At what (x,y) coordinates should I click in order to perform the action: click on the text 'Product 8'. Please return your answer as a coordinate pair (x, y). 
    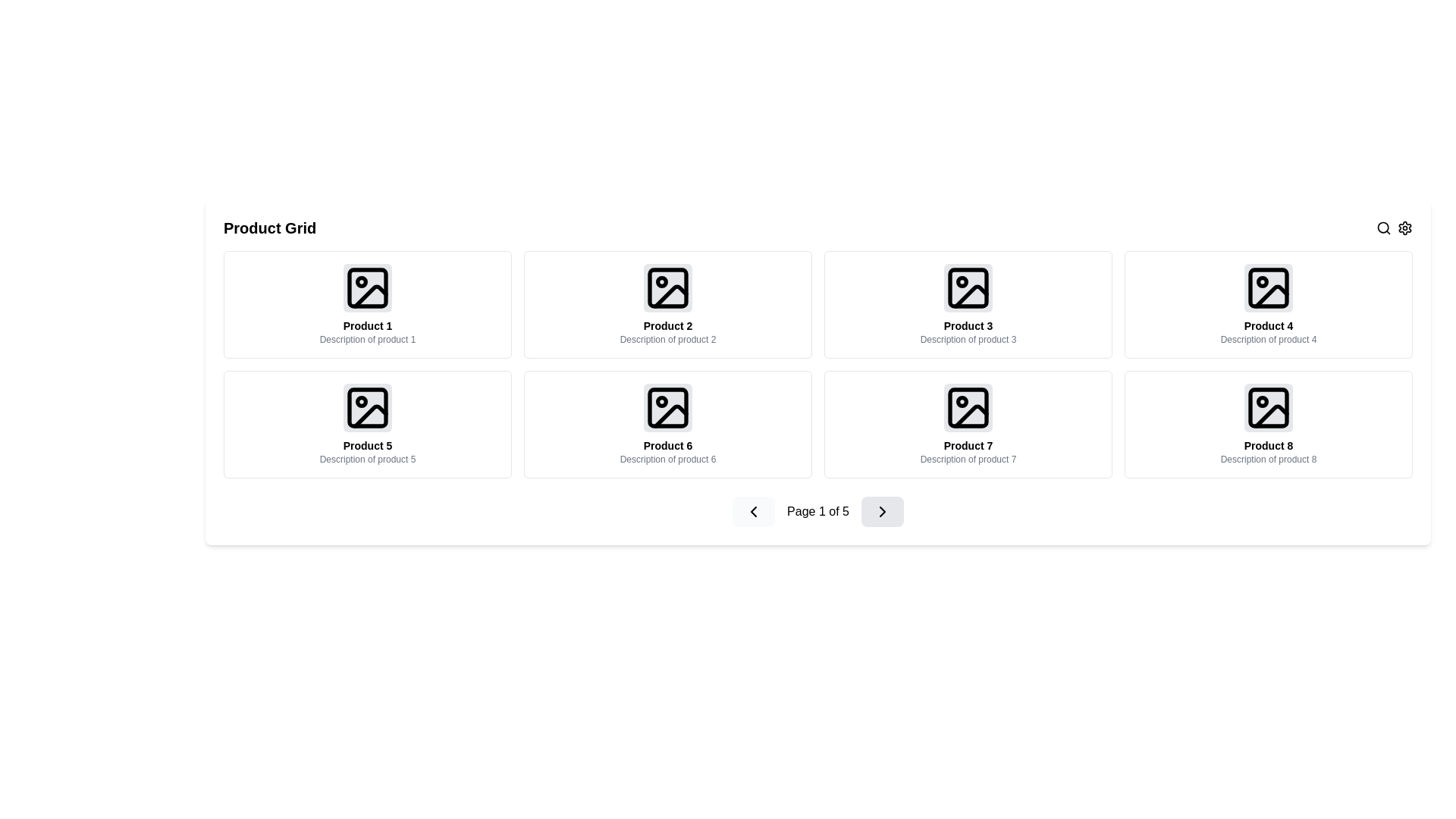
    Looking at the image, I should click on (1269, 444).